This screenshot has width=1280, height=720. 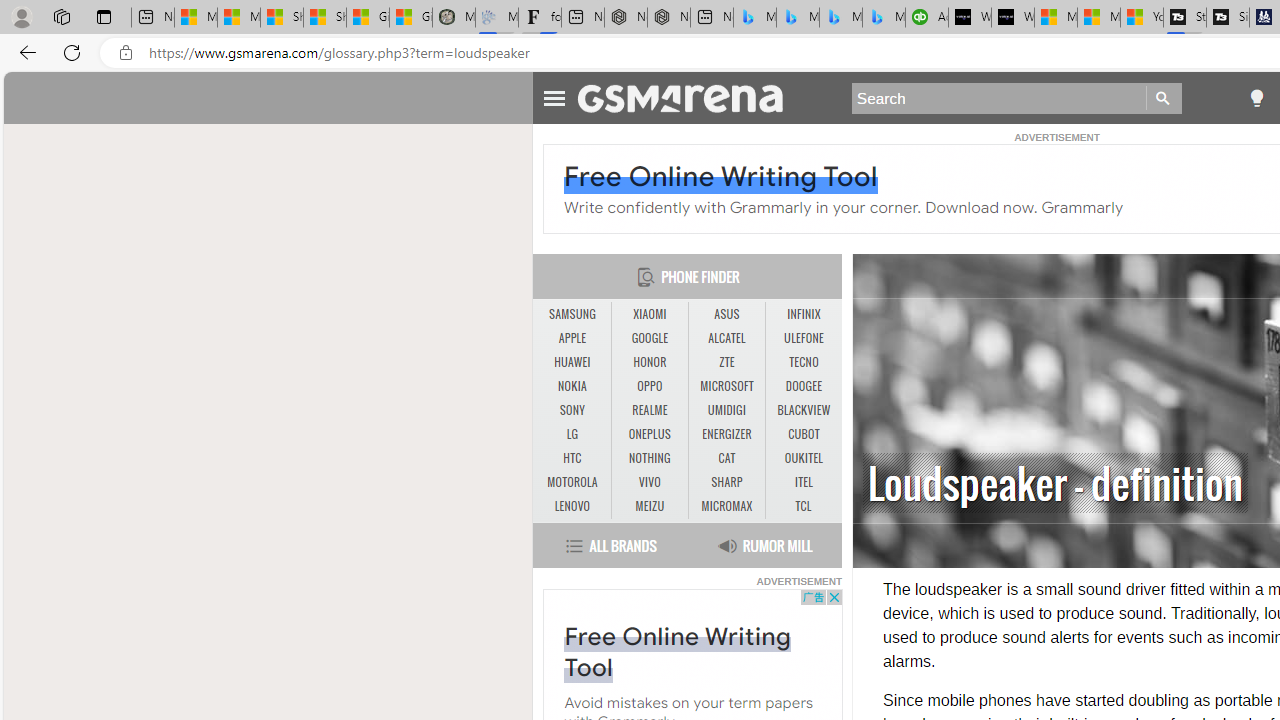 I want to click on 'NOKIA', so click(x=571, y=387).